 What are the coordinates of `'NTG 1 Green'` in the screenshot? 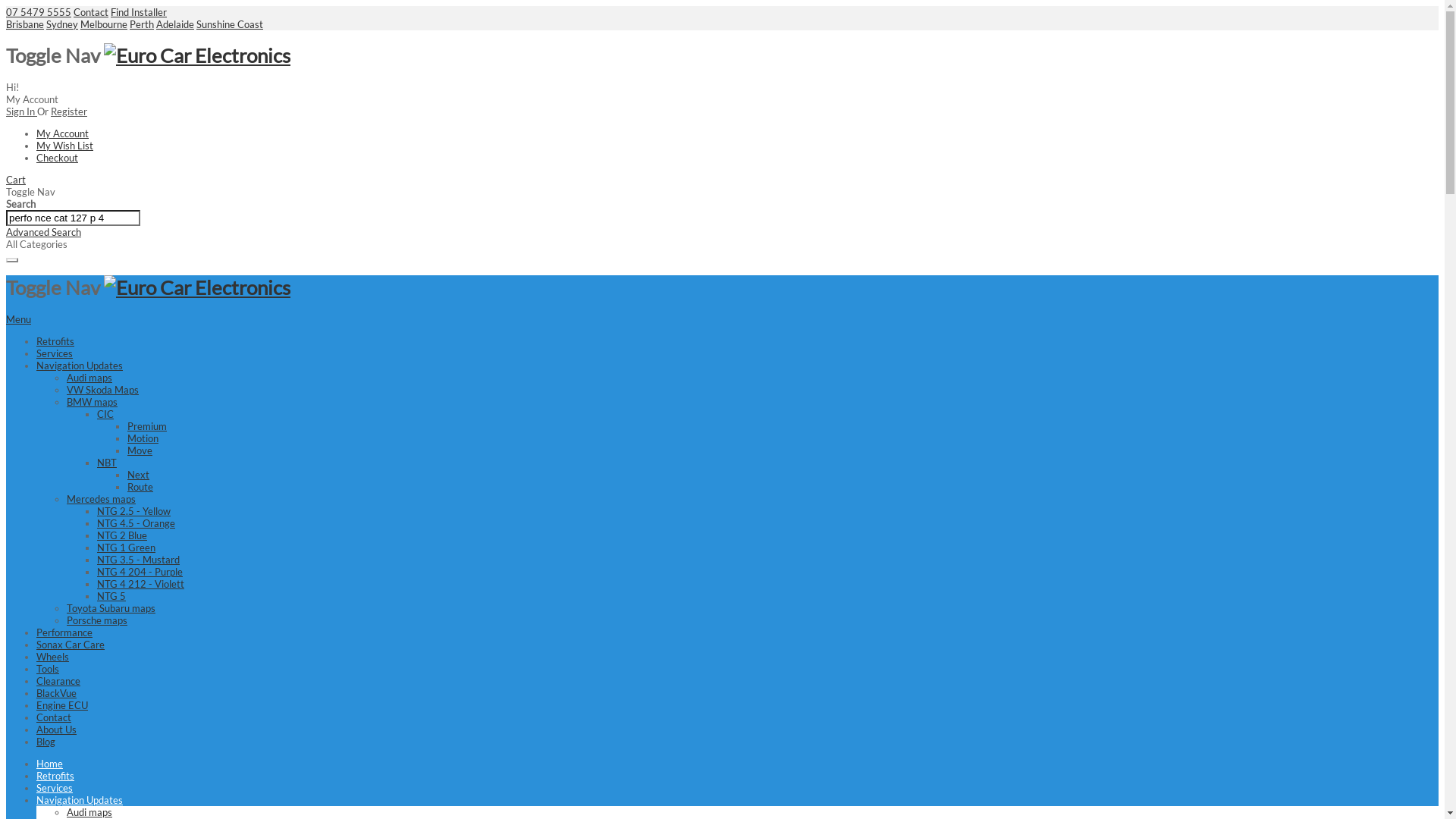 It's located at (126, 547).